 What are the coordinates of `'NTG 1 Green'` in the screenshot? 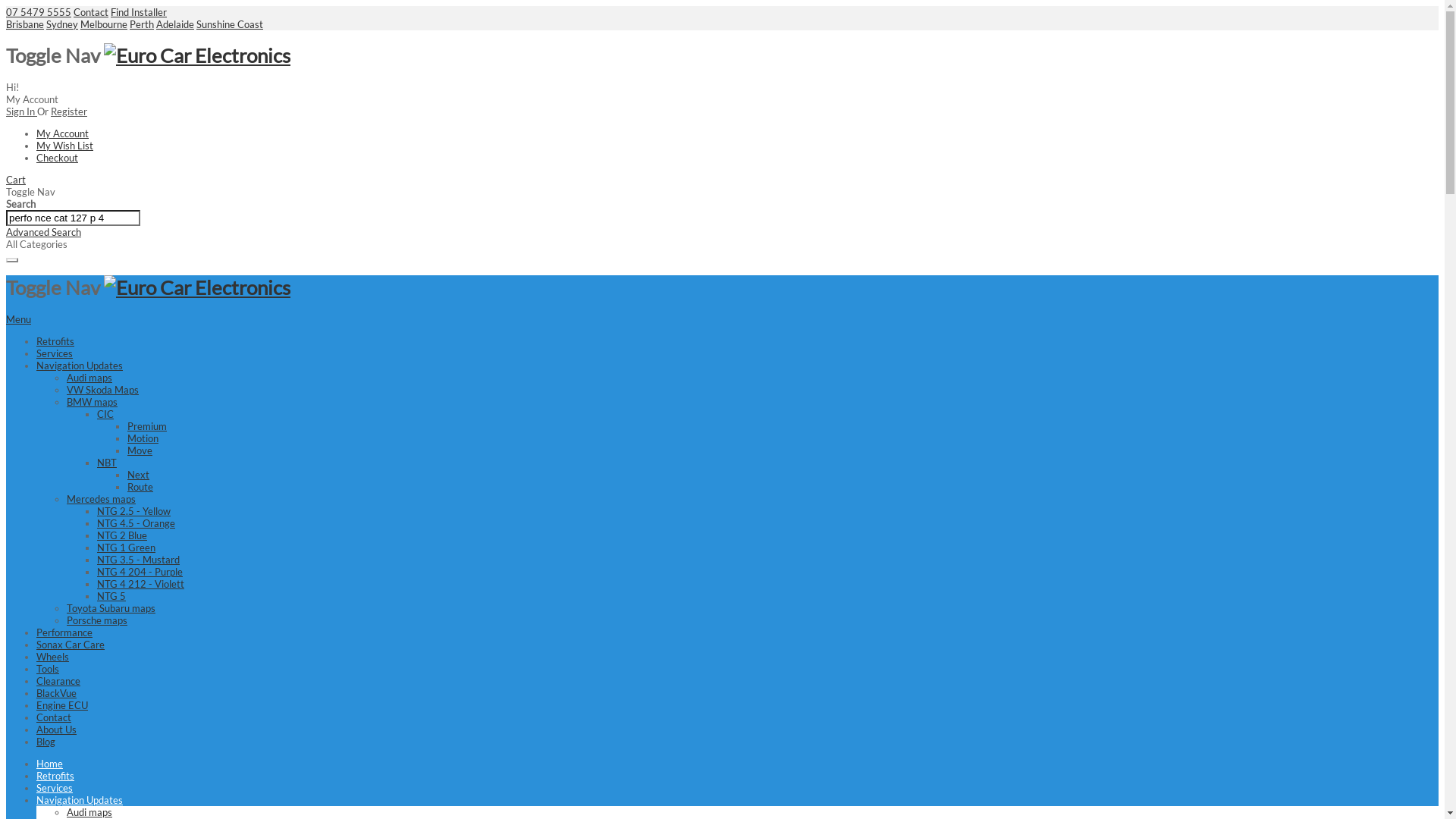 It's located at (126, 547).